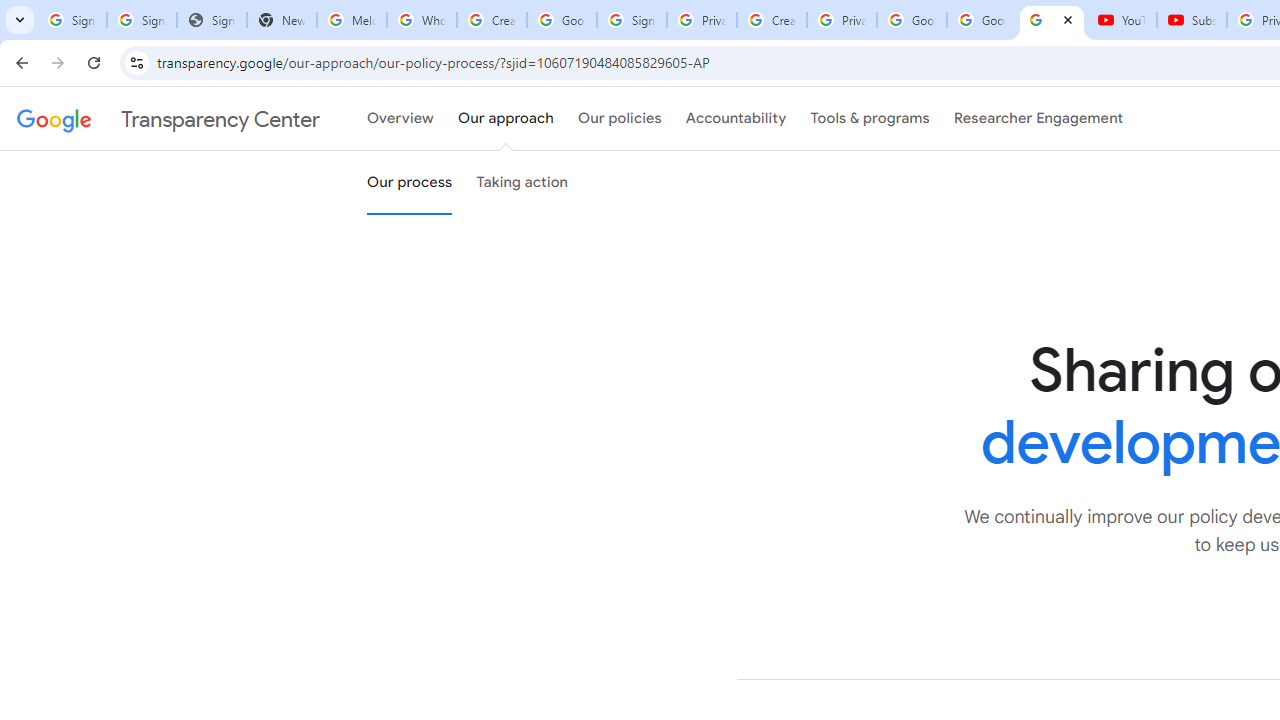 This screenshot has width=1280, height=720. What do you see at coordinates (630, 20) in the screenshot?
I see `'Sign in - Google Accounts'` at bounding box center [630, 20].